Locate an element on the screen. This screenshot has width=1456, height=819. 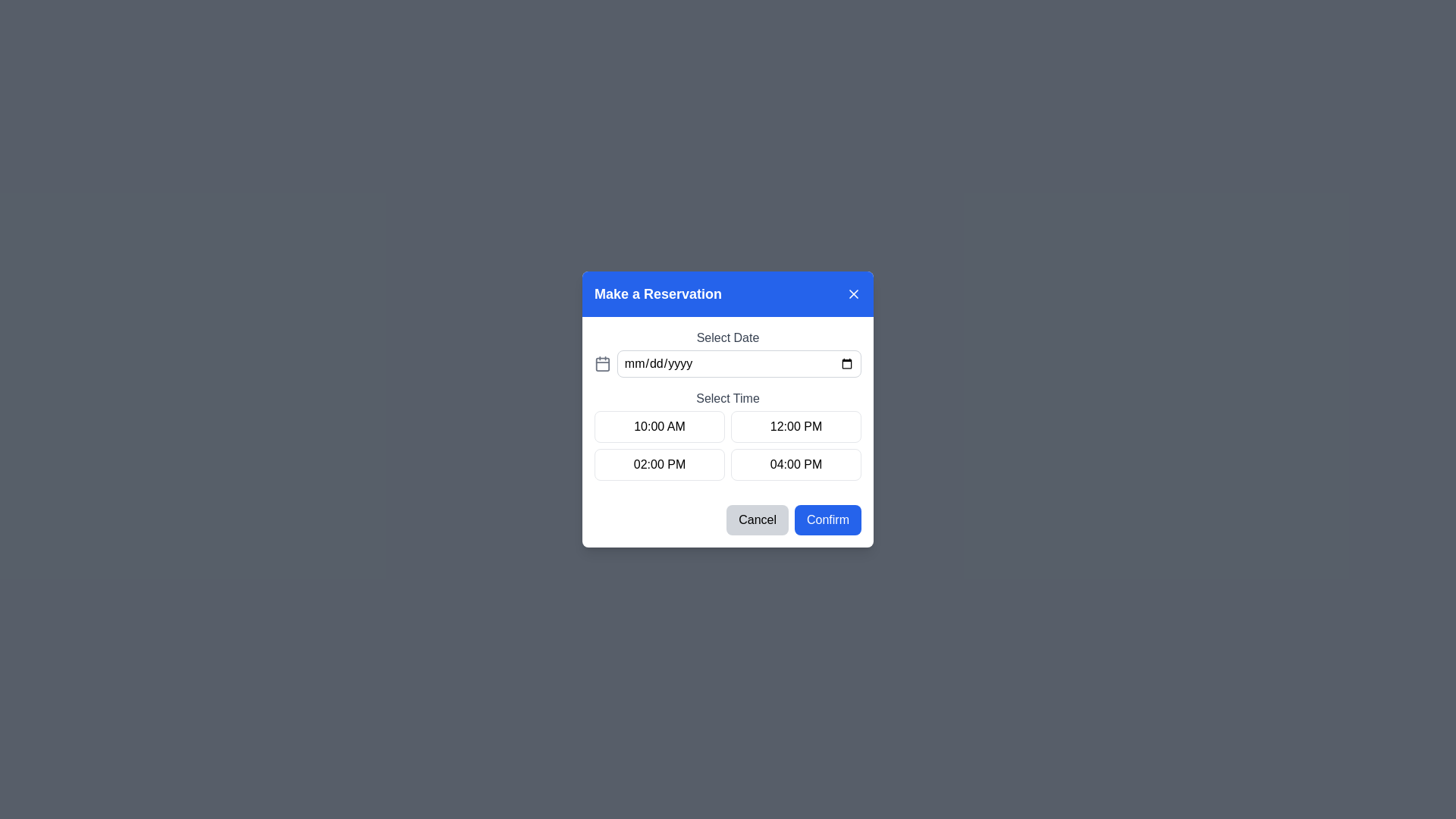
the 'Cancel' button in the Button Group at the bottom of the modal dialog is located at coordinates (728, 519).